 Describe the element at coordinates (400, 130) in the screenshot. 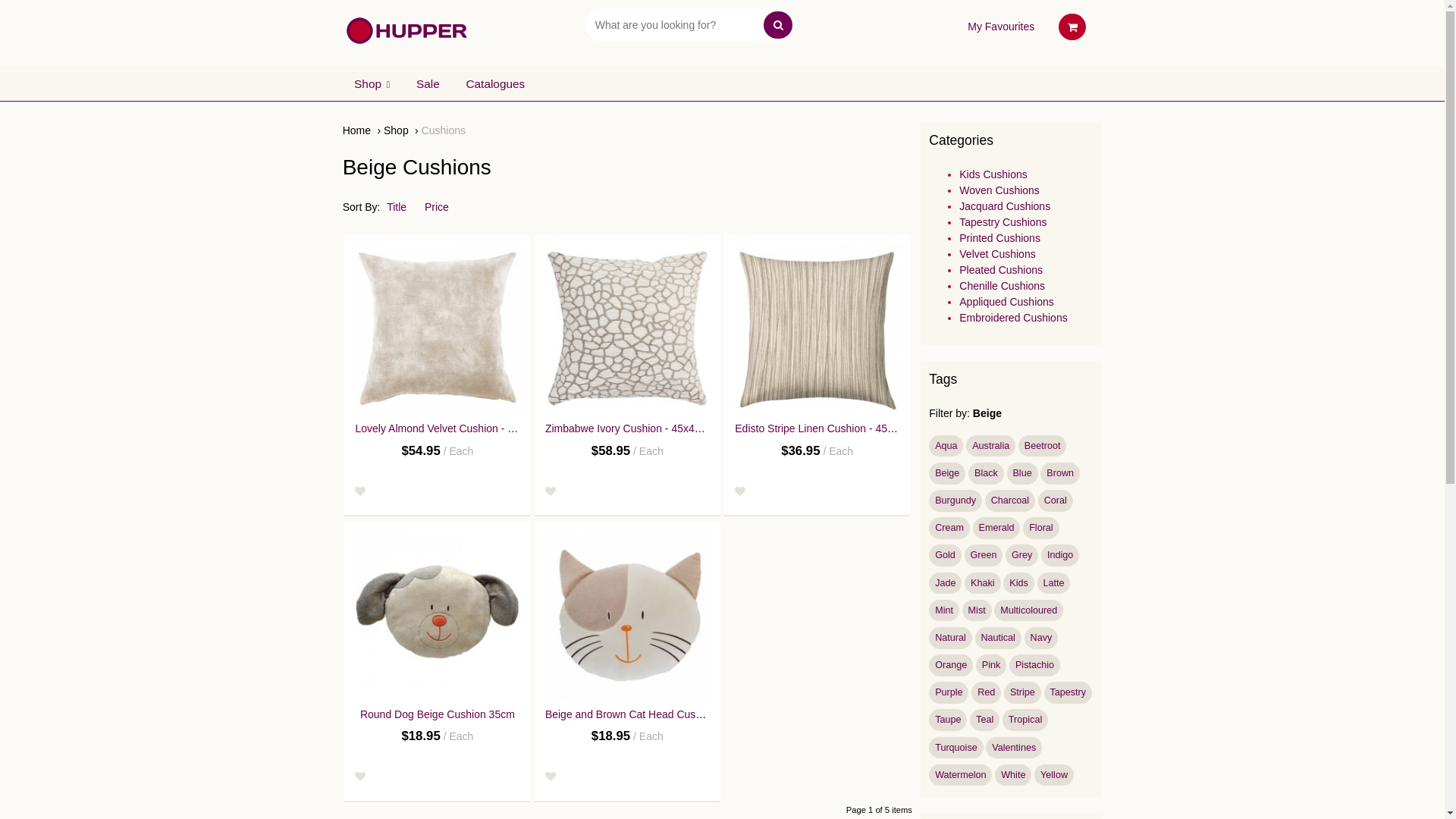

I see `'Shop'` at that location.